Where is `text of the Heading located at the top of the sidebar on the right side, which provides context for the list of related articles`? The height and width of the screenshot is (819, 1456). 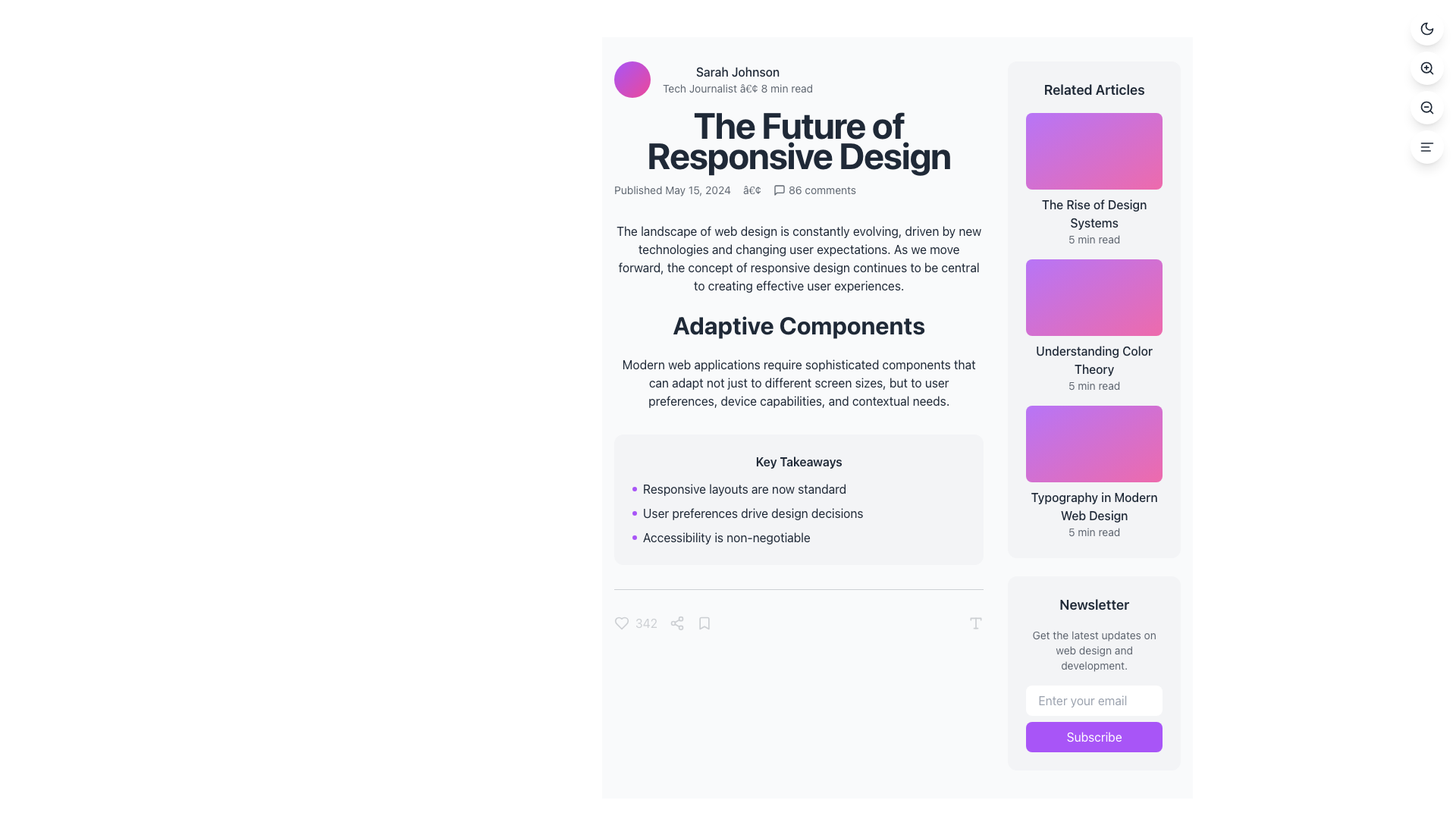 text of the Heading located at the top of the sidebar on the right side, which provides context for the list of related articles is located at coordinates (1094, 90).